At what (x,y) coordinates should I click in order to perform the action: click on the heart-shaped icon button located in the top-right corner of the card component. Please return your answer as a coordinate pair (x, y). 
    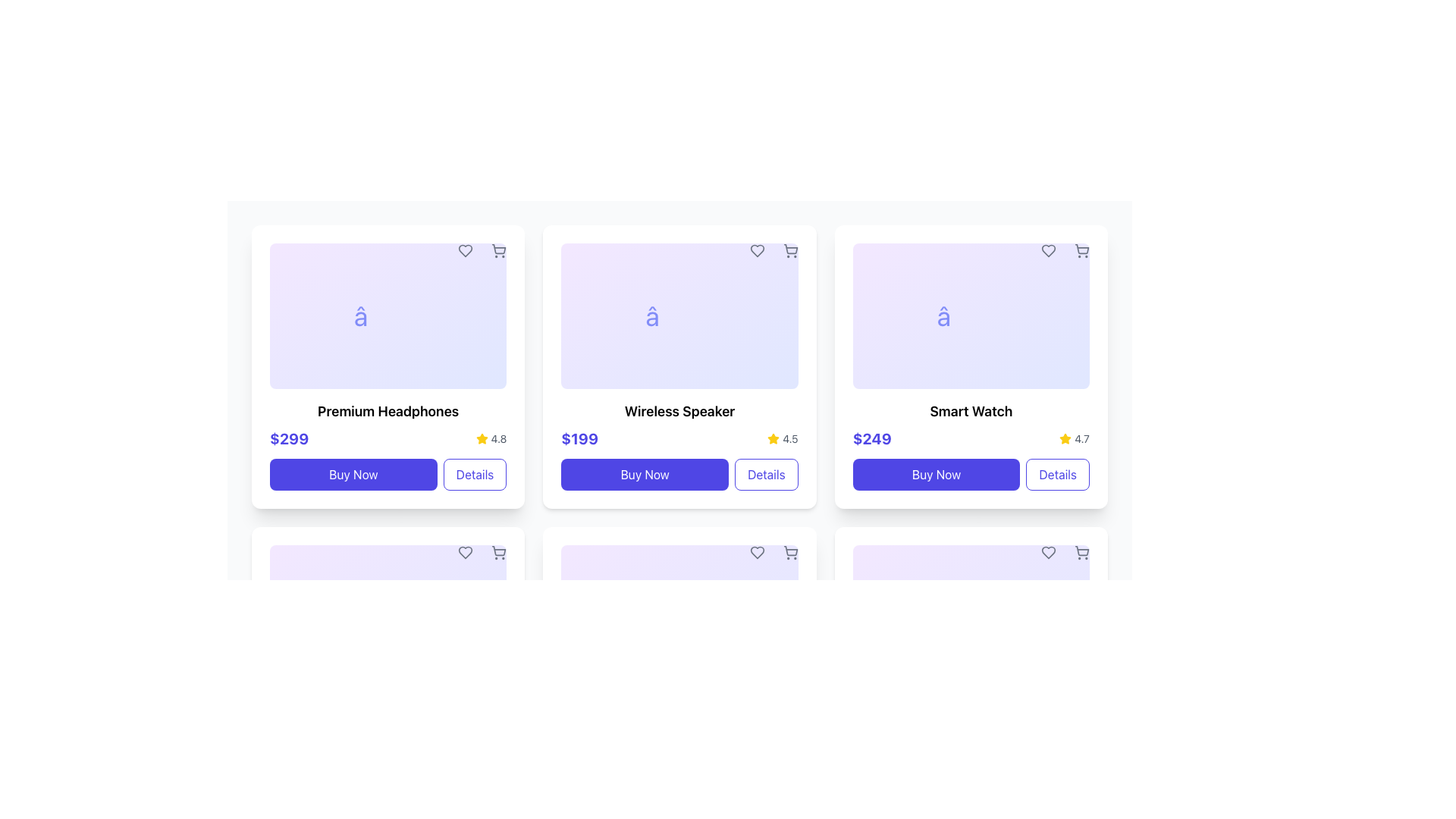
    Looking at the image, I should click on (465, 553).